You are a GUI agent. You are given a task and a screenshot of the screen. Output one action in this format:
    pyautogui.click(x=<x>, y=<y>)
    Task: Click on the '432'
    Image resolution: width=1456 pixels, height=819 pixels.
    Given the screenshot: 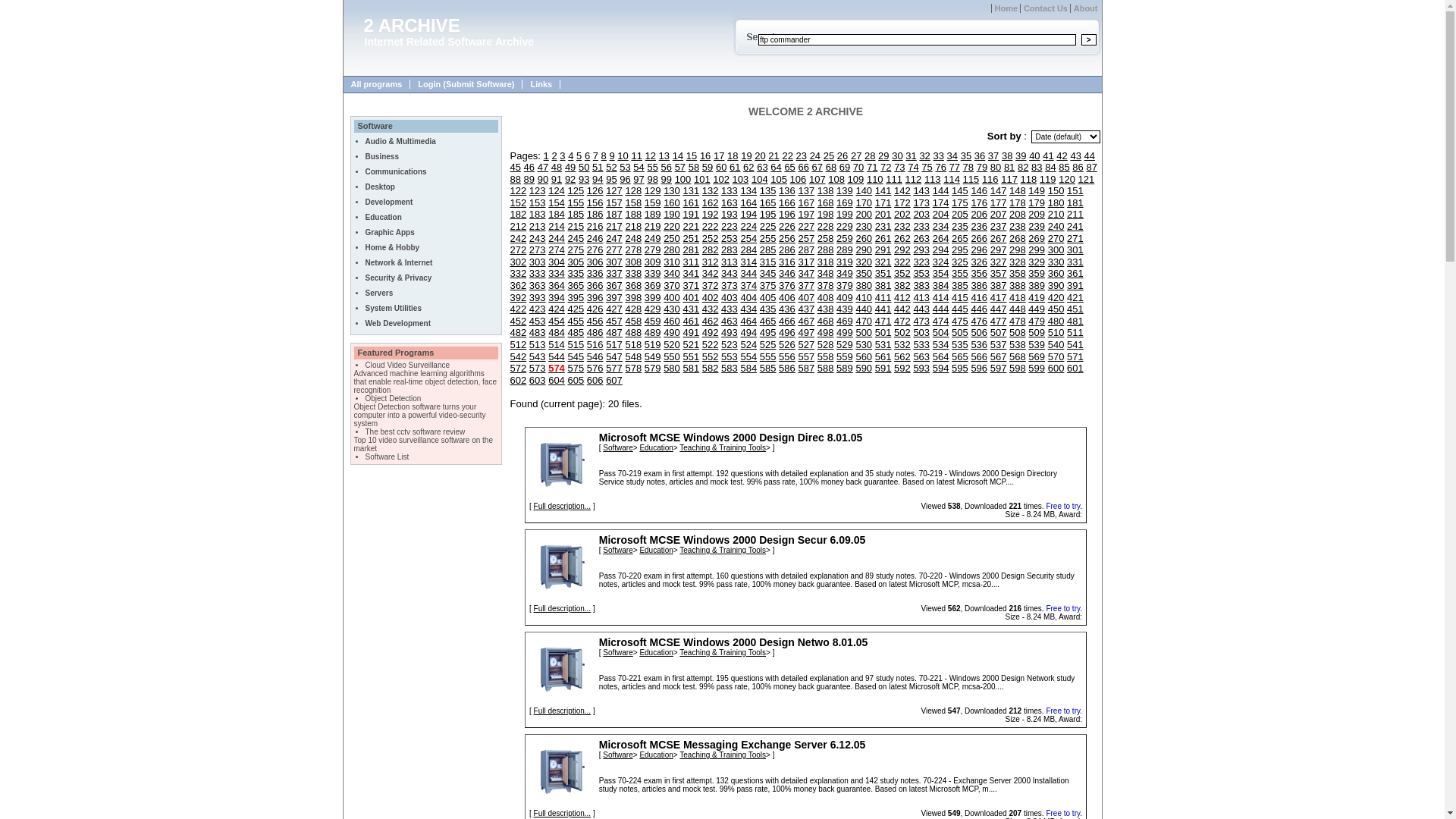 What is the action you would take?
    pyautogui.click(x=709, y=308)
    